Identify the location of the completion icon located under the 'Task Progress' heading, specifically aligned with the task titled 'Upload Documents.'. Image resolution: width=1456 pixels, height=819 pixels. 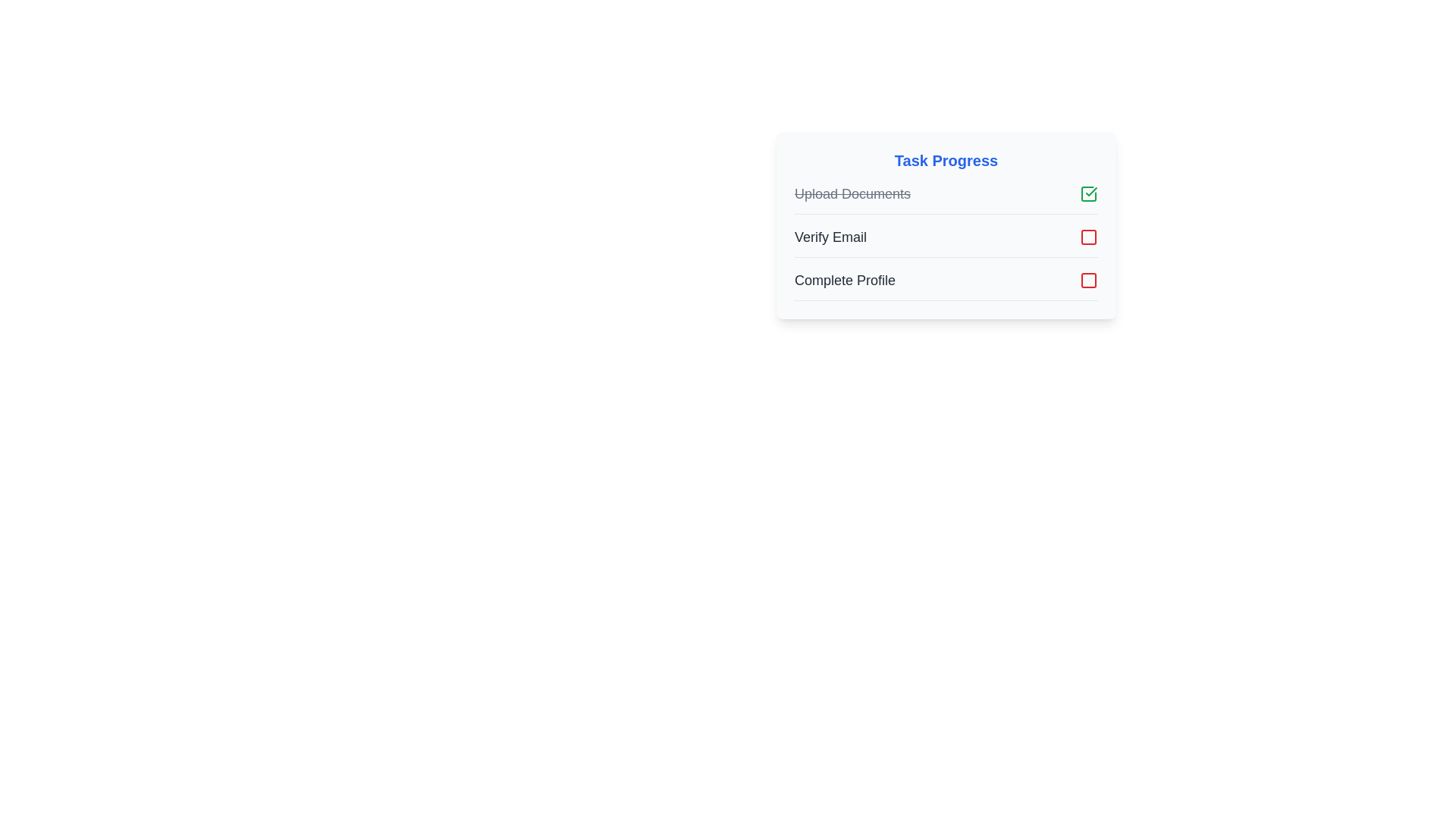
(1090, 191).